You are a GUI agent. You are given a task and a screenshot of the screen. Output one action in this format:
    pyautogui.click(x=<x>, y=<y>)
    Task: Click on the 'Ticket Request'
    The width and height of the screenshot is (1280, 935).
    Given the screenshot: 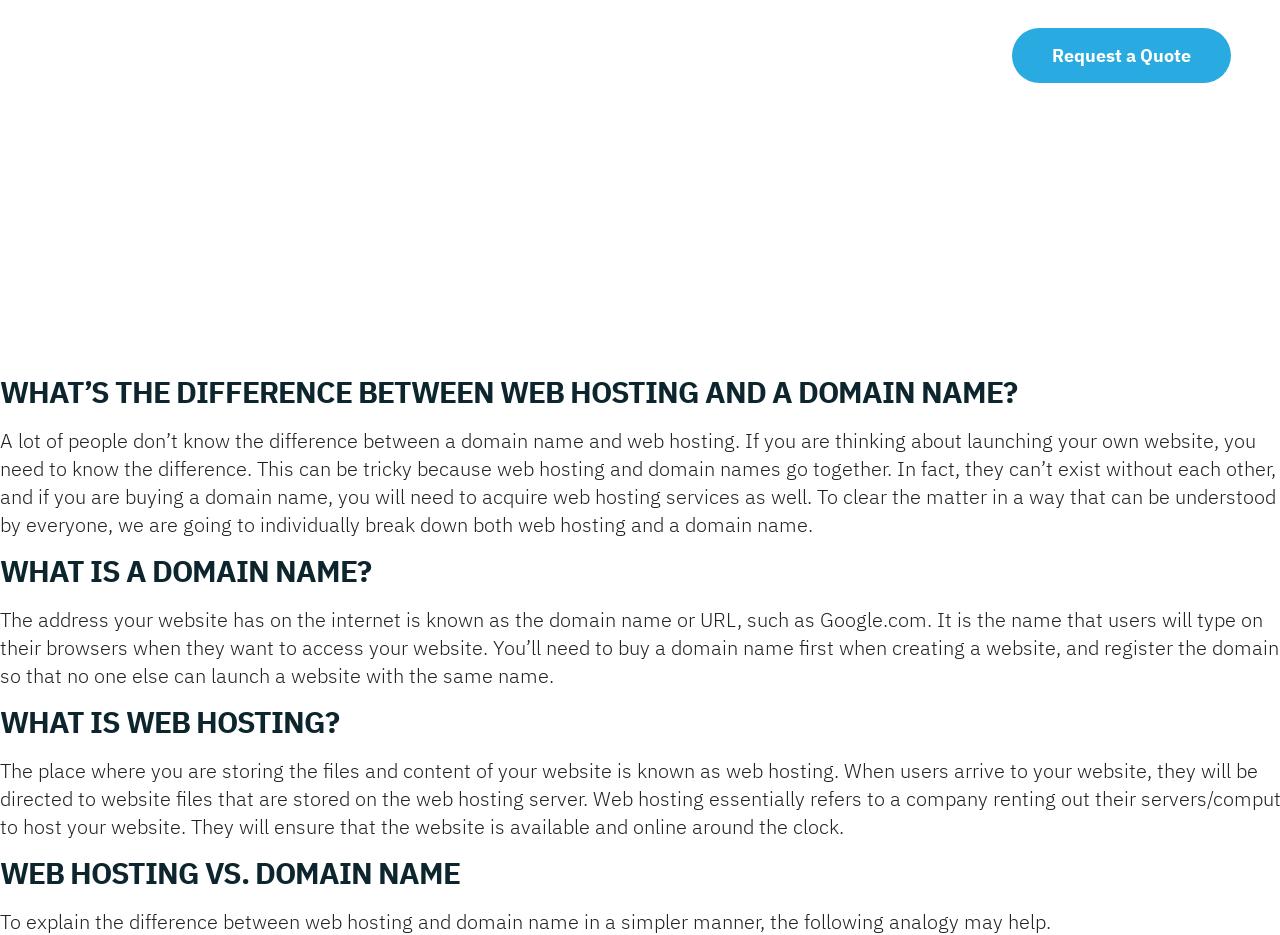 What is the action you would take?
    pyautogui.click(x=820, y=47)
    